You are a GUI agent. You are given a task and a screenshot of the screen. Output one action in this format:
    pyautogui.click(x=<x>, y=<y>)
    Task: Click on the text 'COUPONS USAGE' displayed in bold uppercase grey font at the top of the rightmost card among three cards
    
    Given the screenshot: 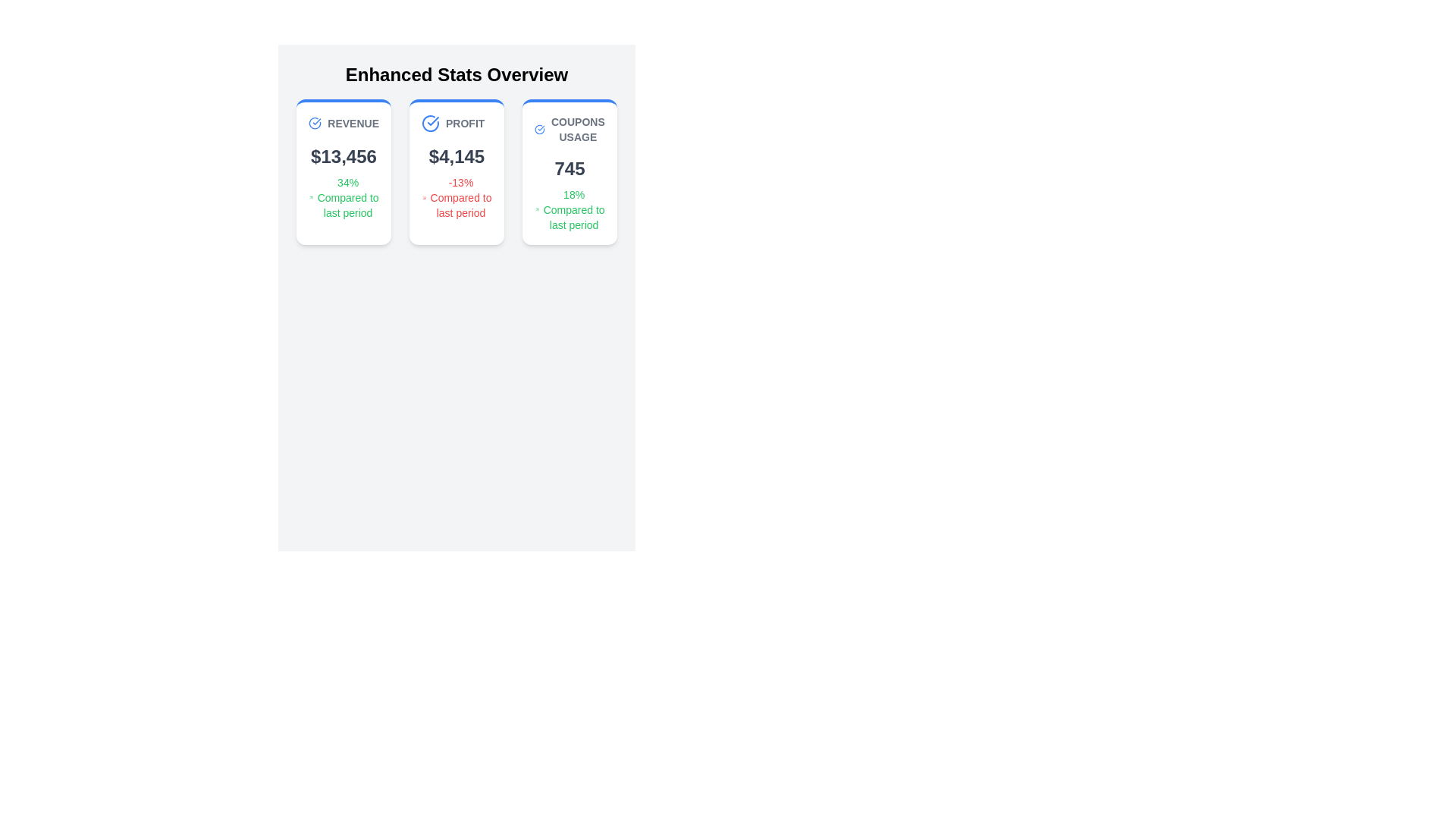 What is the action you would take?
    pyautogui.click(x=577, y=128)
    